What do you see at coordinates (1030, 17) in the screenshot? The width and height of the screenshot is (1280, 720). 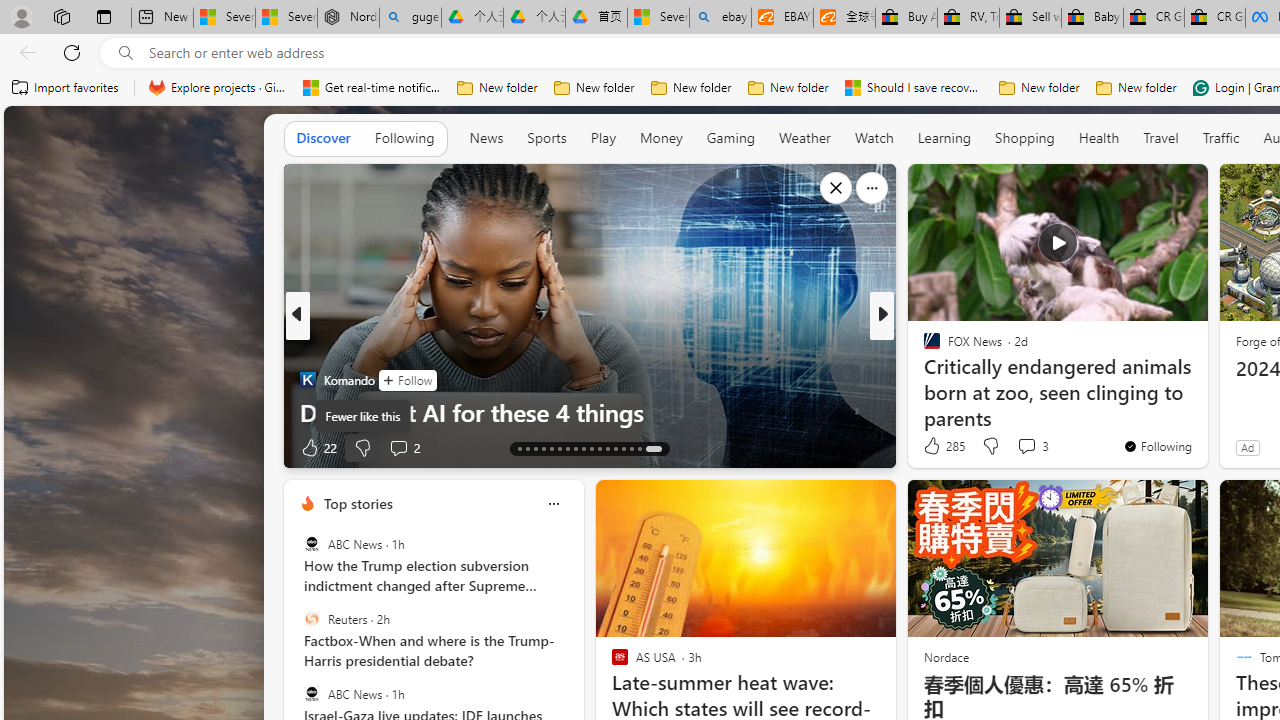 I see `'Sell worldwide with eBay'` at bounding box center [1030, 17].